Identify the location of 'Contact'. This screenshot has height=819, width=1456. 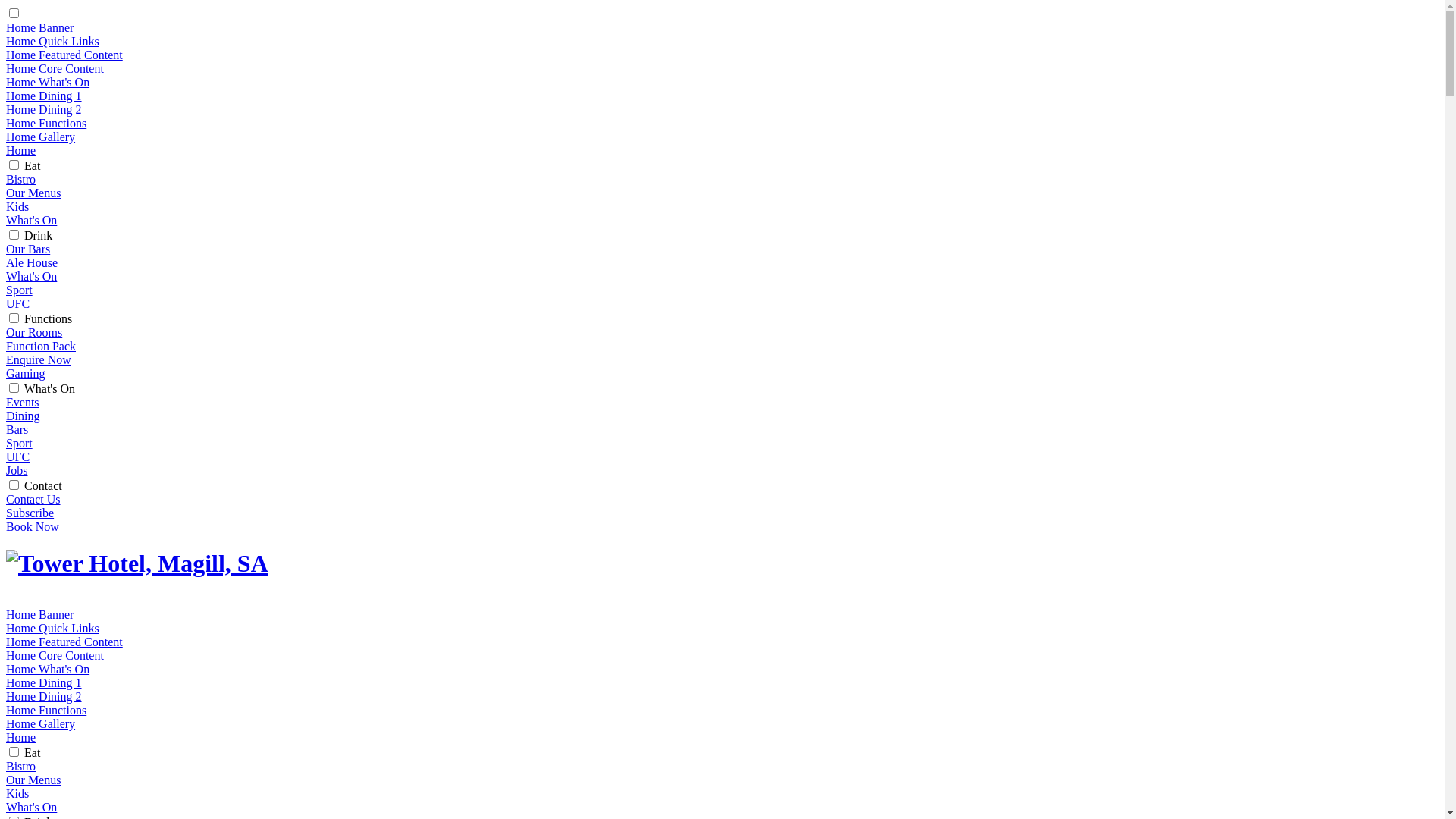
(24, 485).